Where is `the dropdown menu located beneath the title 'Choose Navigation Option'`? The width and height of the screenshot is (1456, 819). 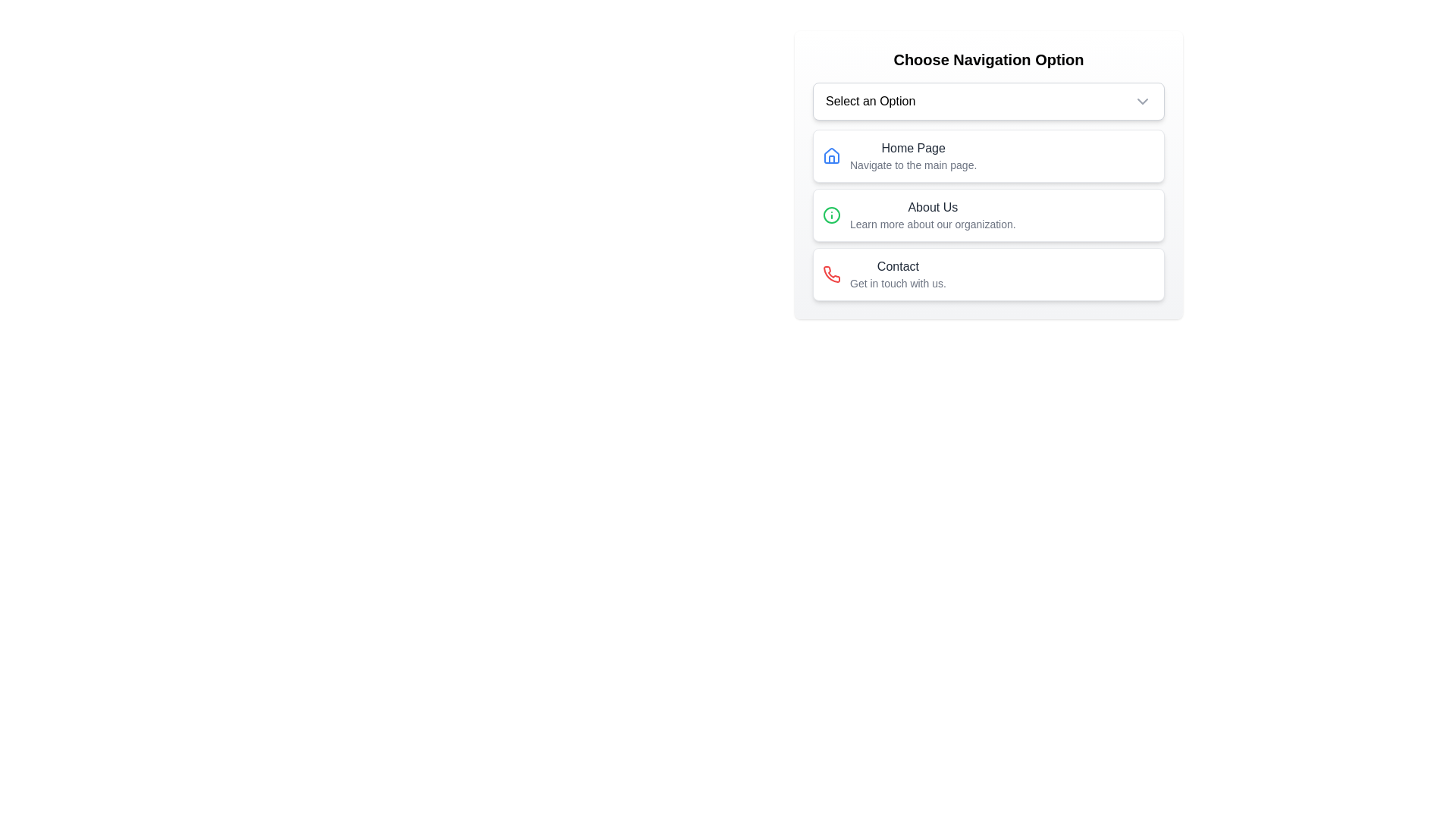
the dropdown menu located beneath the title 'Choose Navigation Option' is located at coordinates (989, 102).